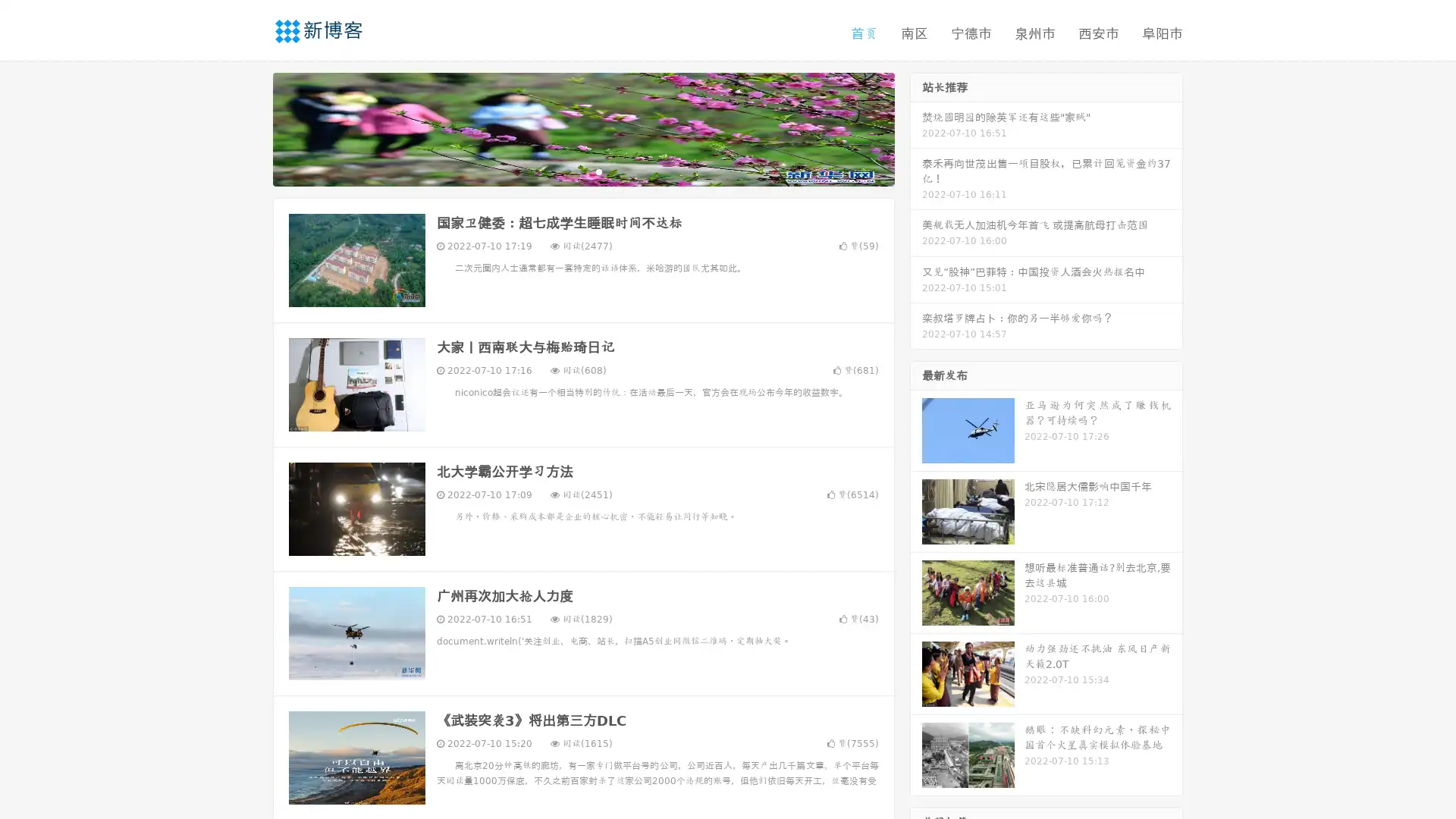 Image resolution: width=1456 pixels, height=819 pixels. Describe the element at coordinates (250, 127) in the screenshot. I see `Previous slide` at that location.